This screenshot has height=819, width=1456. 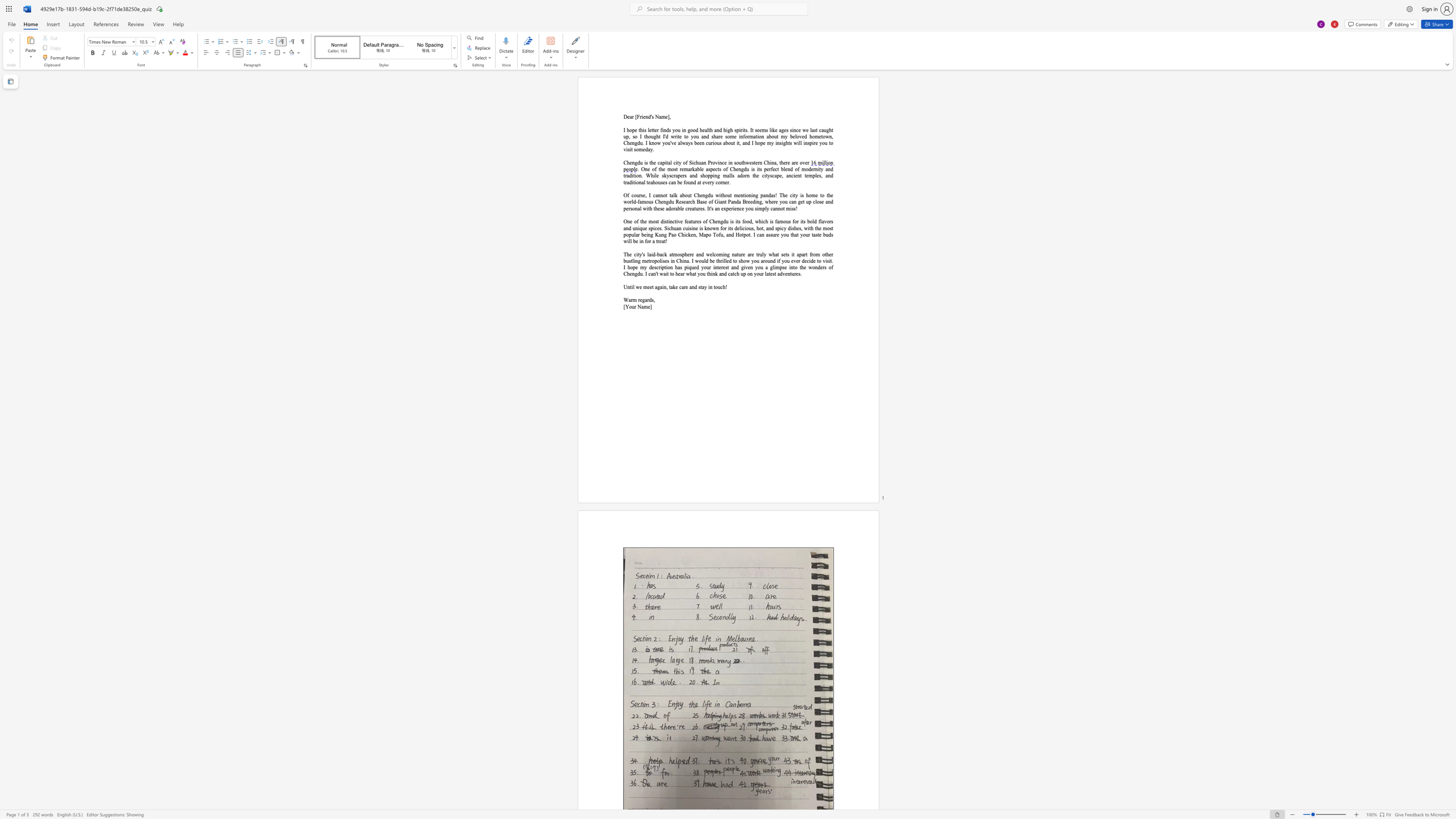 I want to click on the space between the continuous character "r" and "e" in the text, so click(x=816, y=142).